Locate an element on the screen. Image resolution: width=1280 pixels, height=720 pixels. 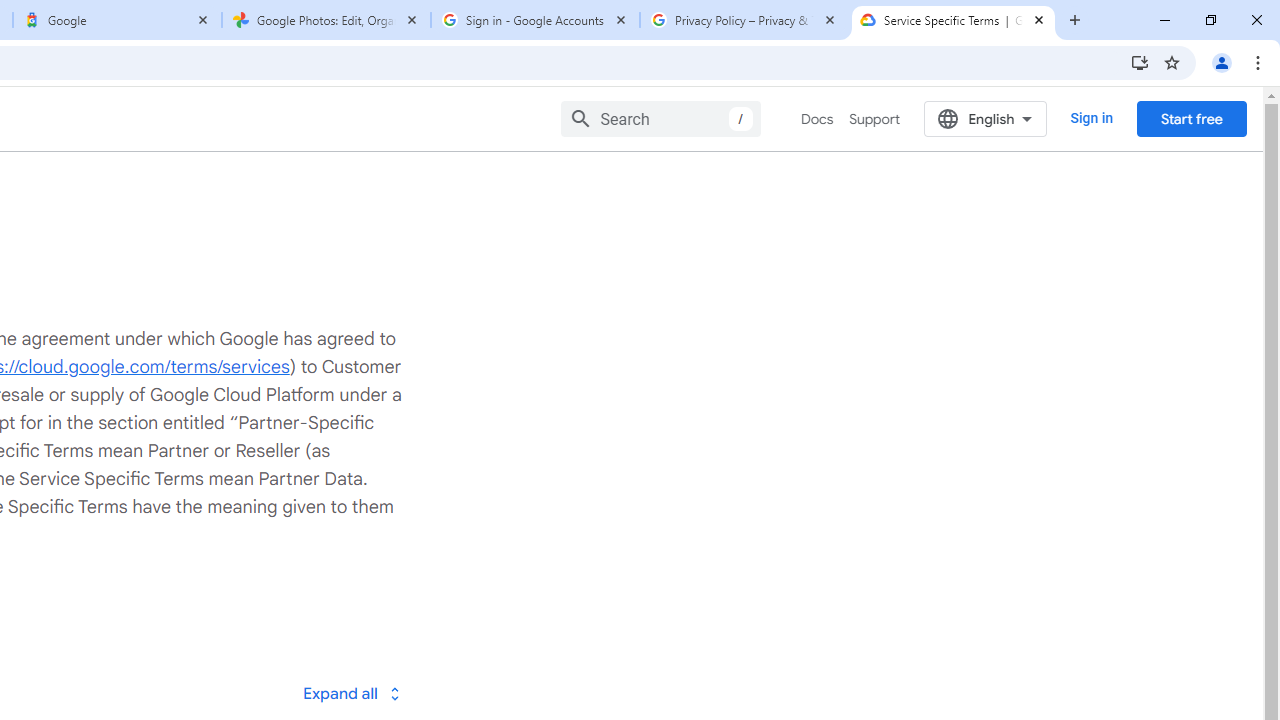
'Google' is located at coordinates (116, 20).